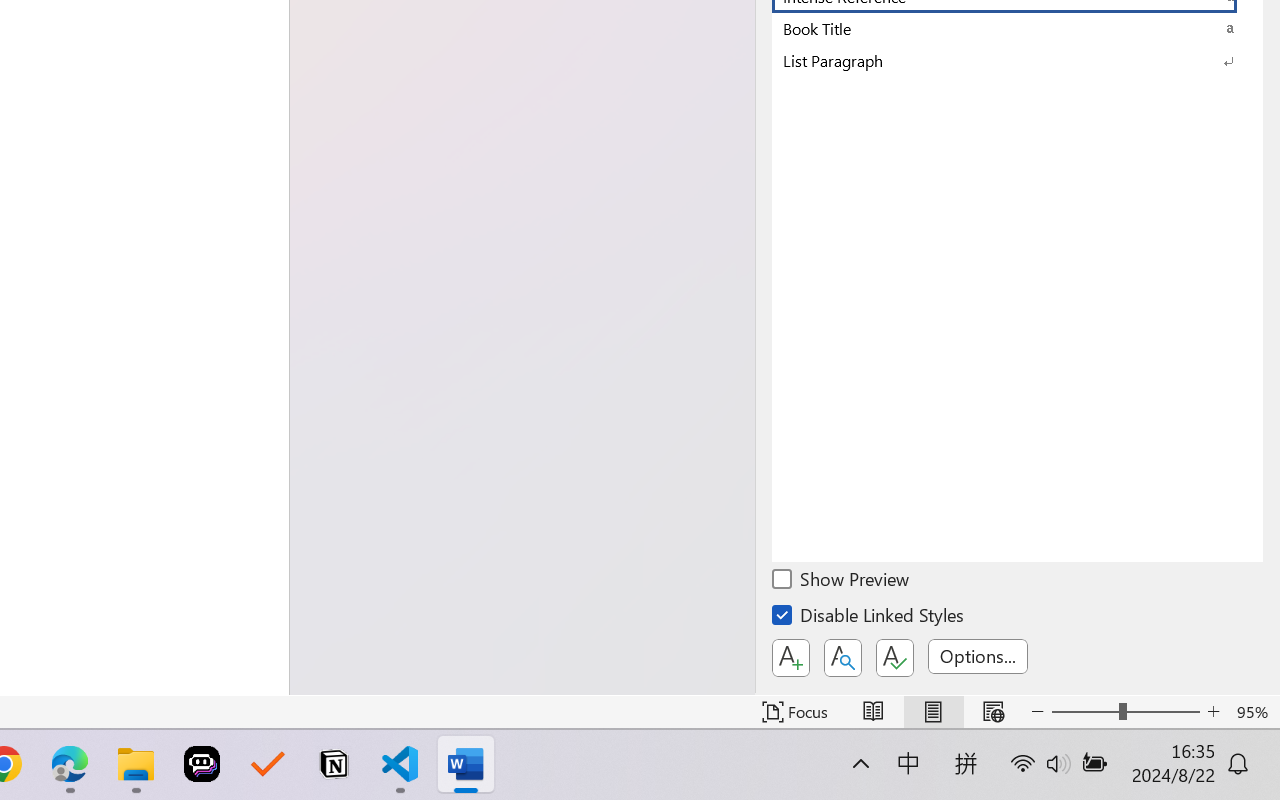 The image size is (1280, 800). Describe the element at coordinates (1252, 711) in the screenshot. I see `'Zoom 95%'` at that location.